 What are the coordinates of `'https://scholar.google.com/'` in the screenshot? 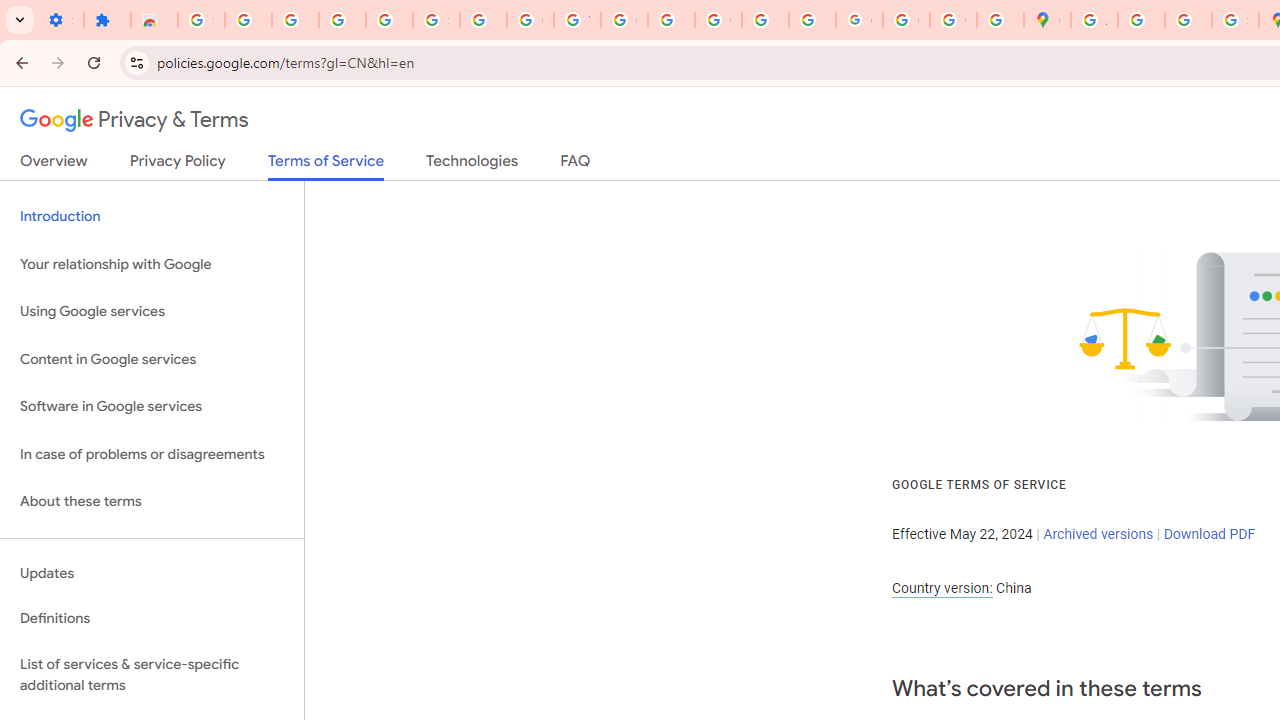 It's located at (671, 20).